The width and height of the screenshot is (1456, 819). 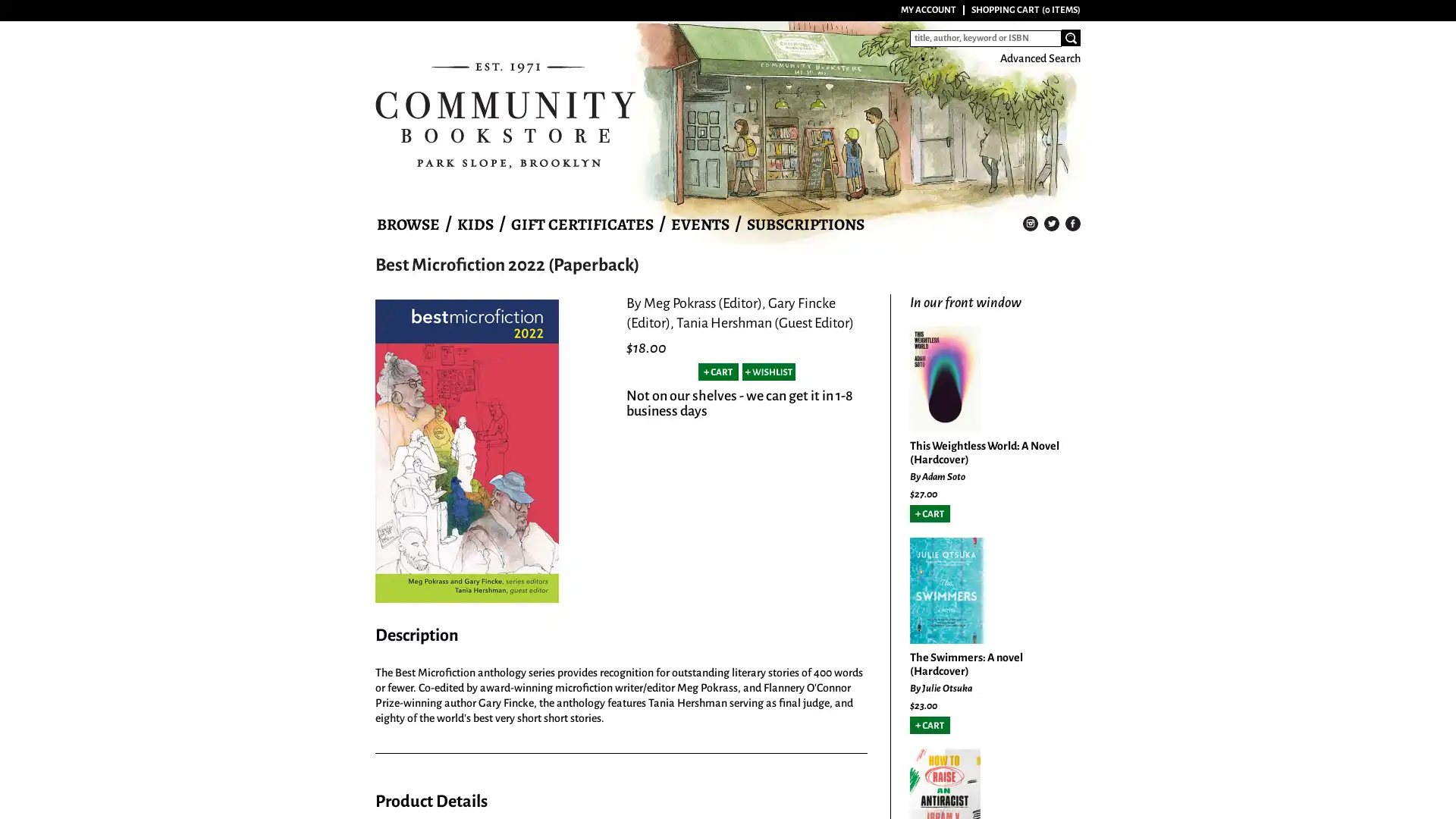 I want to click on Add to Cart, so click(x=929, y=513).